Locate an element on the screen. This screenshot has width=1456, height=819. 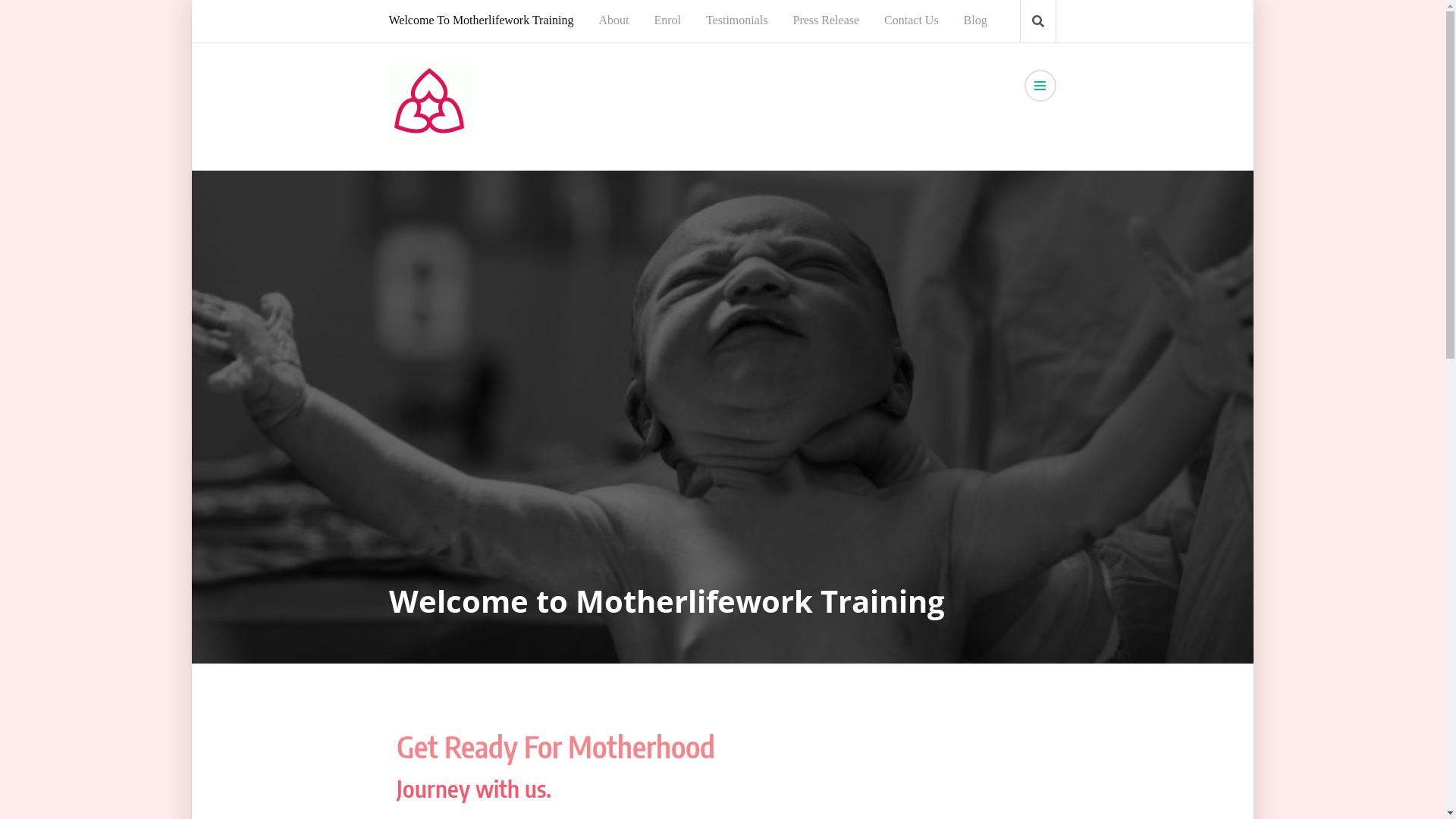
'Enrol' is located at coordinates (643, 20).